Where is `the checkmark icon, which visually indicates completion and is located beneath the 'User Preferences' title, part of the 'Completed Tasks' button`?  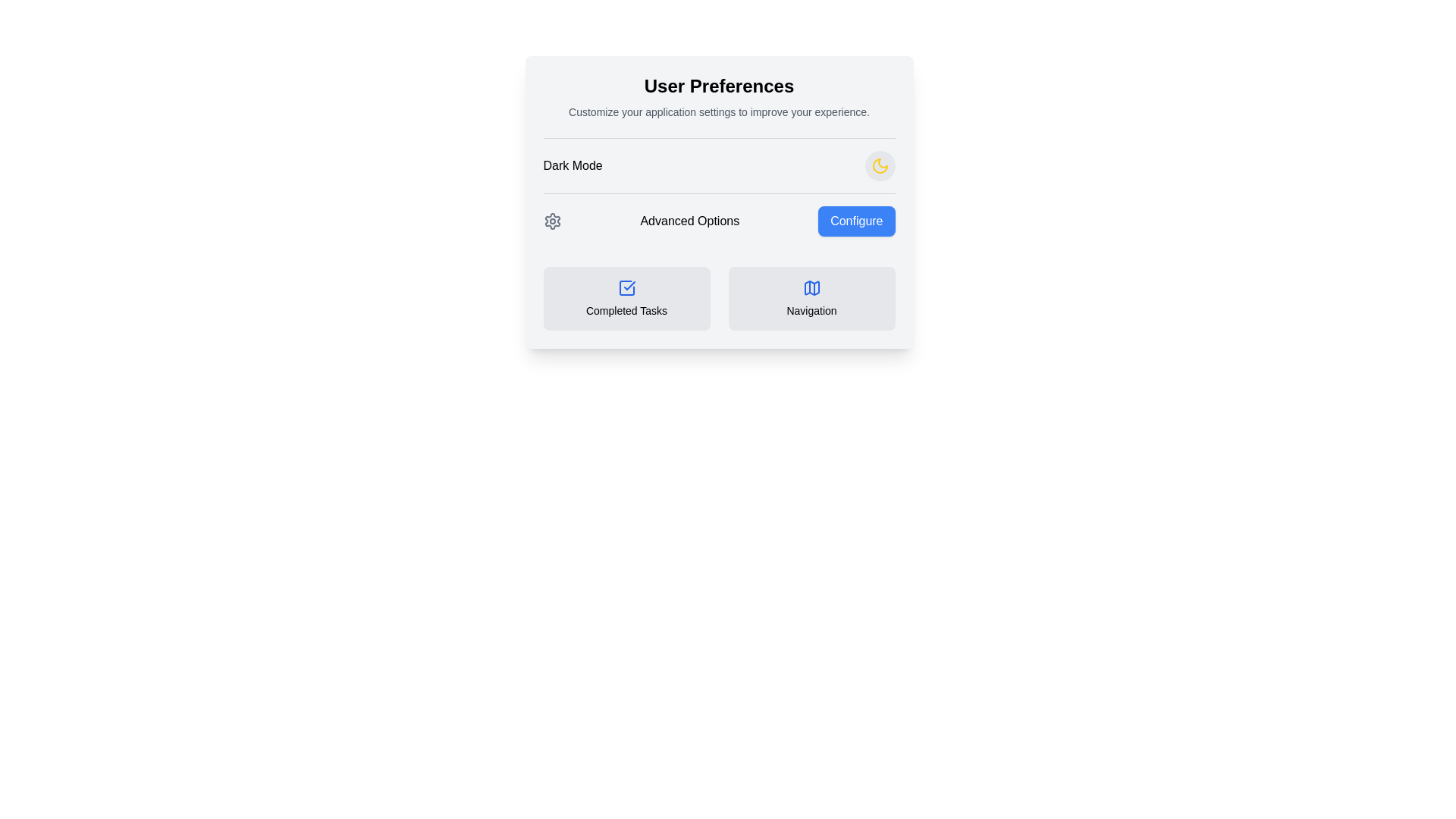 the checkmark icon, which visually indicates completion and is located beneath the 'User Preferences' title, part of the 'Completed Tasks' button is located at coordinates (629, 286).